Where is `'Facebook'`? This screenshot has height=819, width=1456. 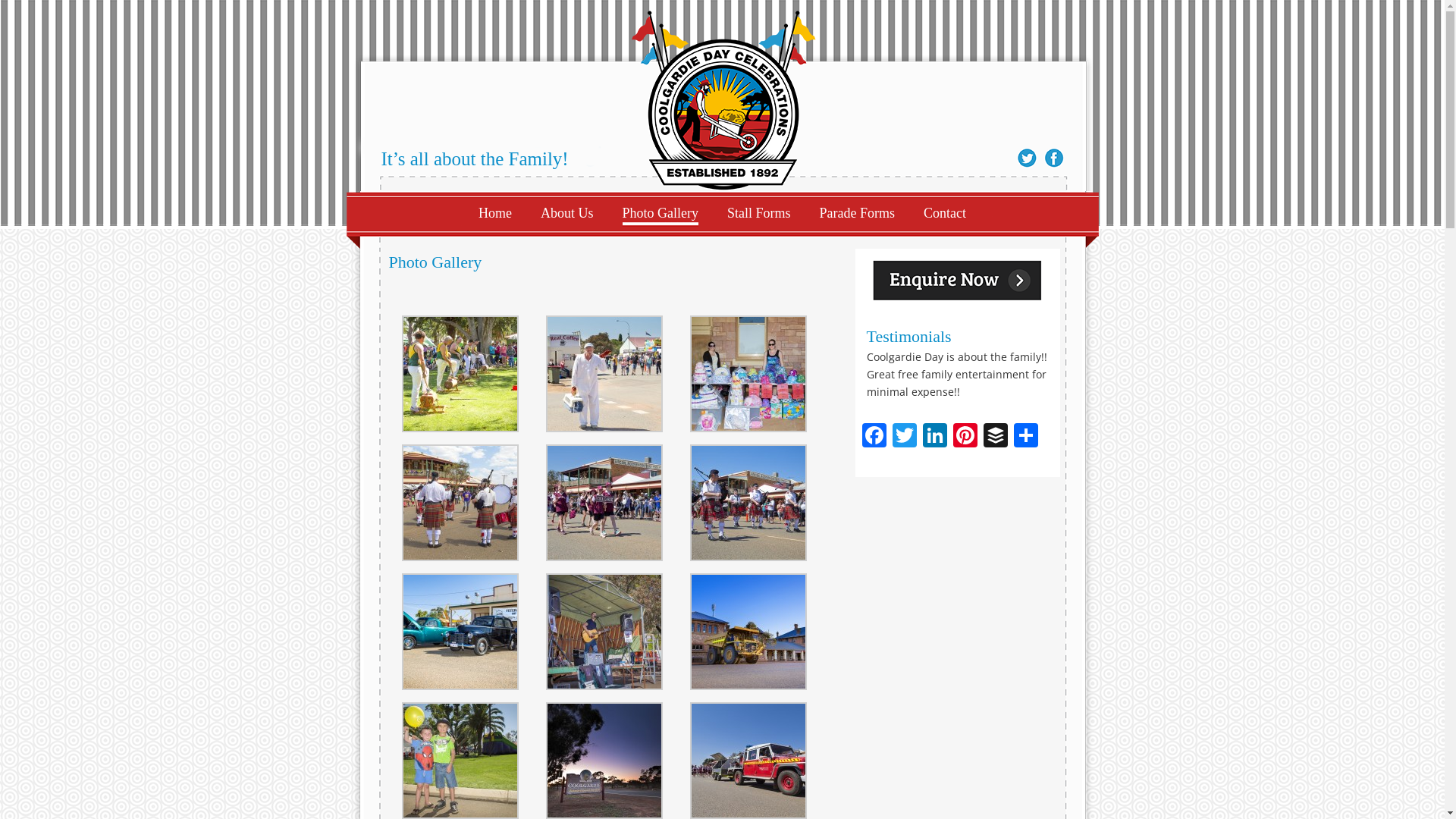
'Facebook' is located at coordinates (874, 436).